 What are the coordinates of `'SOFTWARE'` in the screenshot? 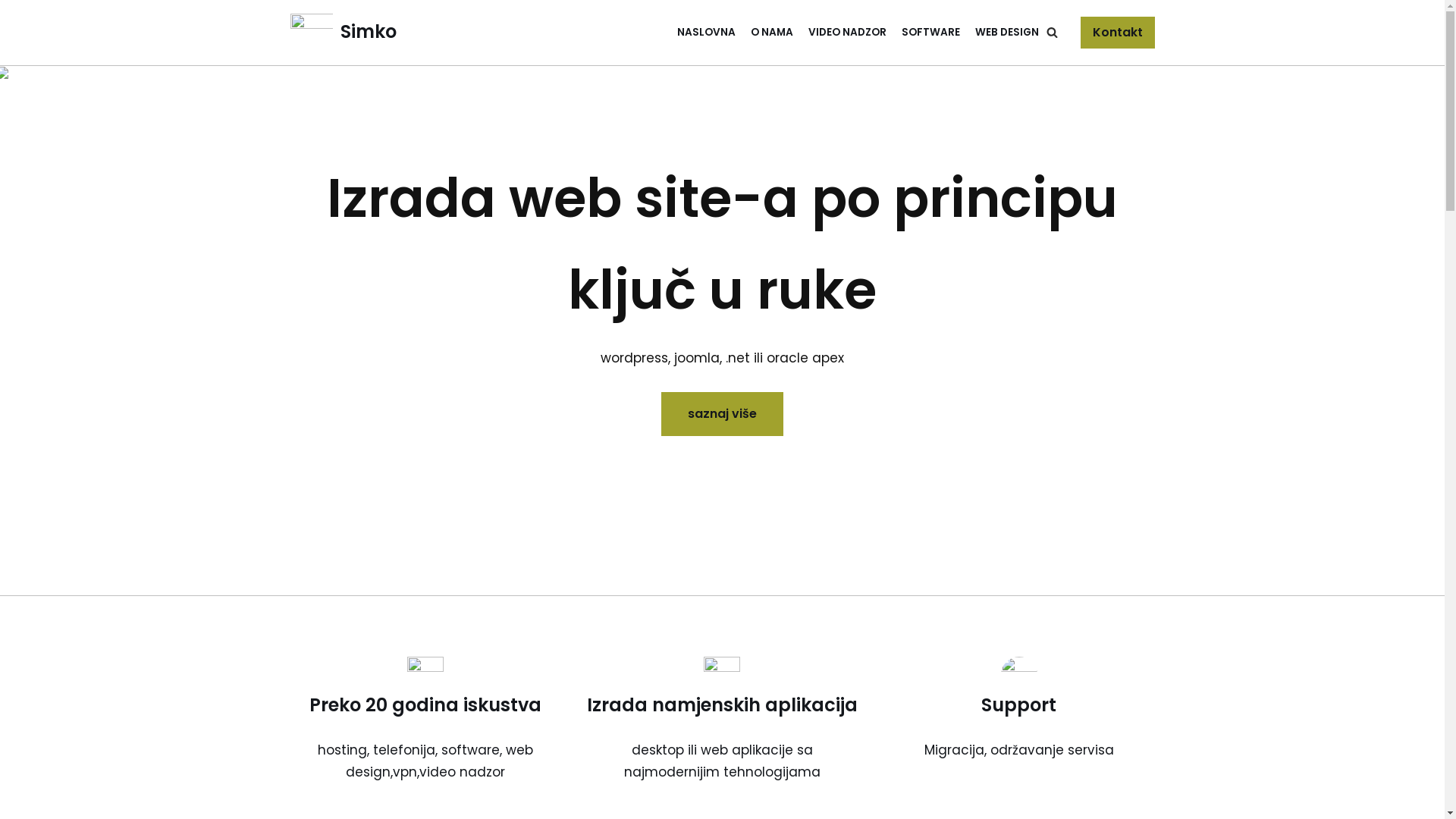 It's located at (929, 32).